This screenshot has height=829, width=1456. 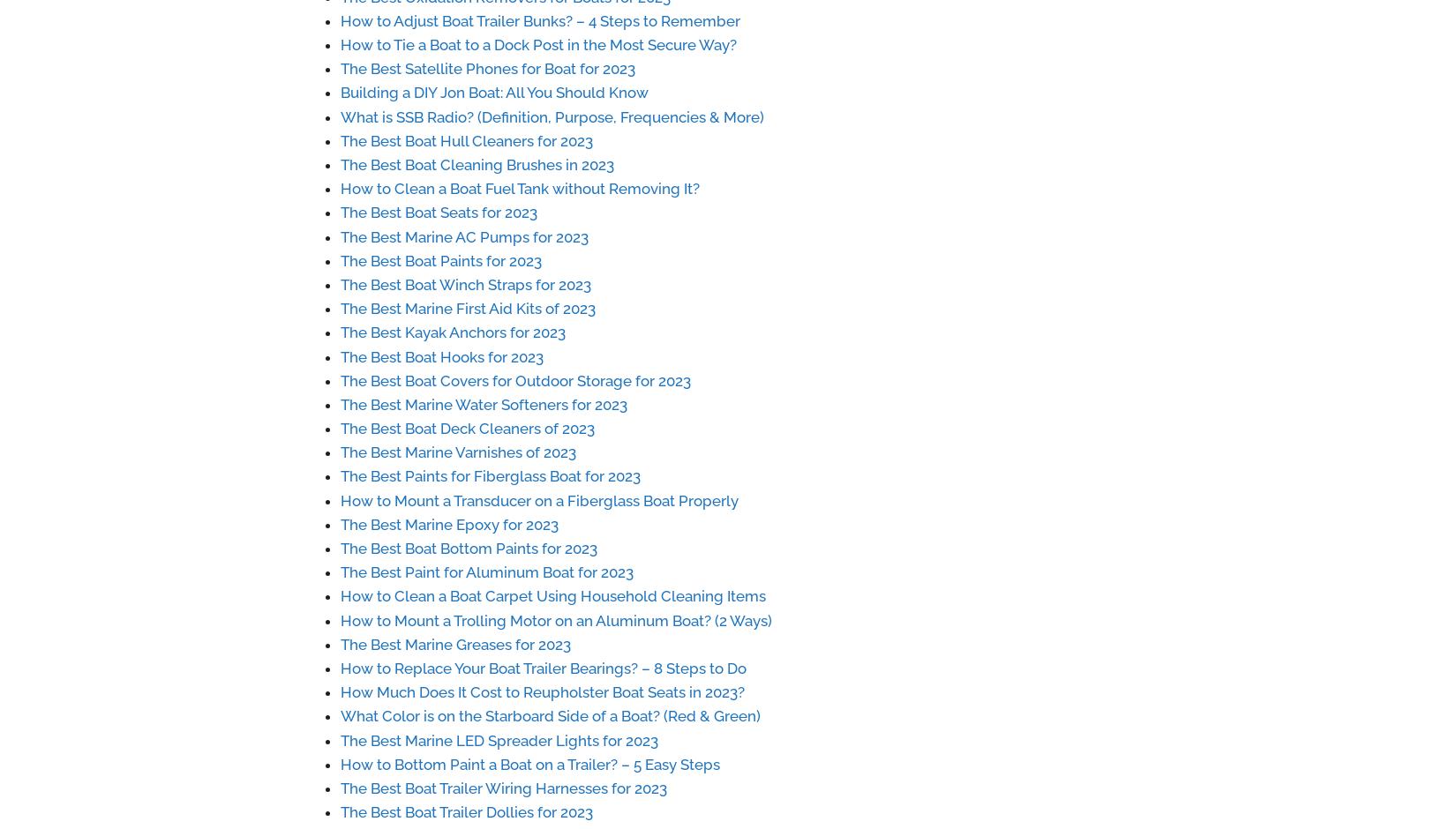 I want to click on 'How to Bottom Paint a Boat on a Trailer? – 5 Easy Steps', so click(x=529, y=764).